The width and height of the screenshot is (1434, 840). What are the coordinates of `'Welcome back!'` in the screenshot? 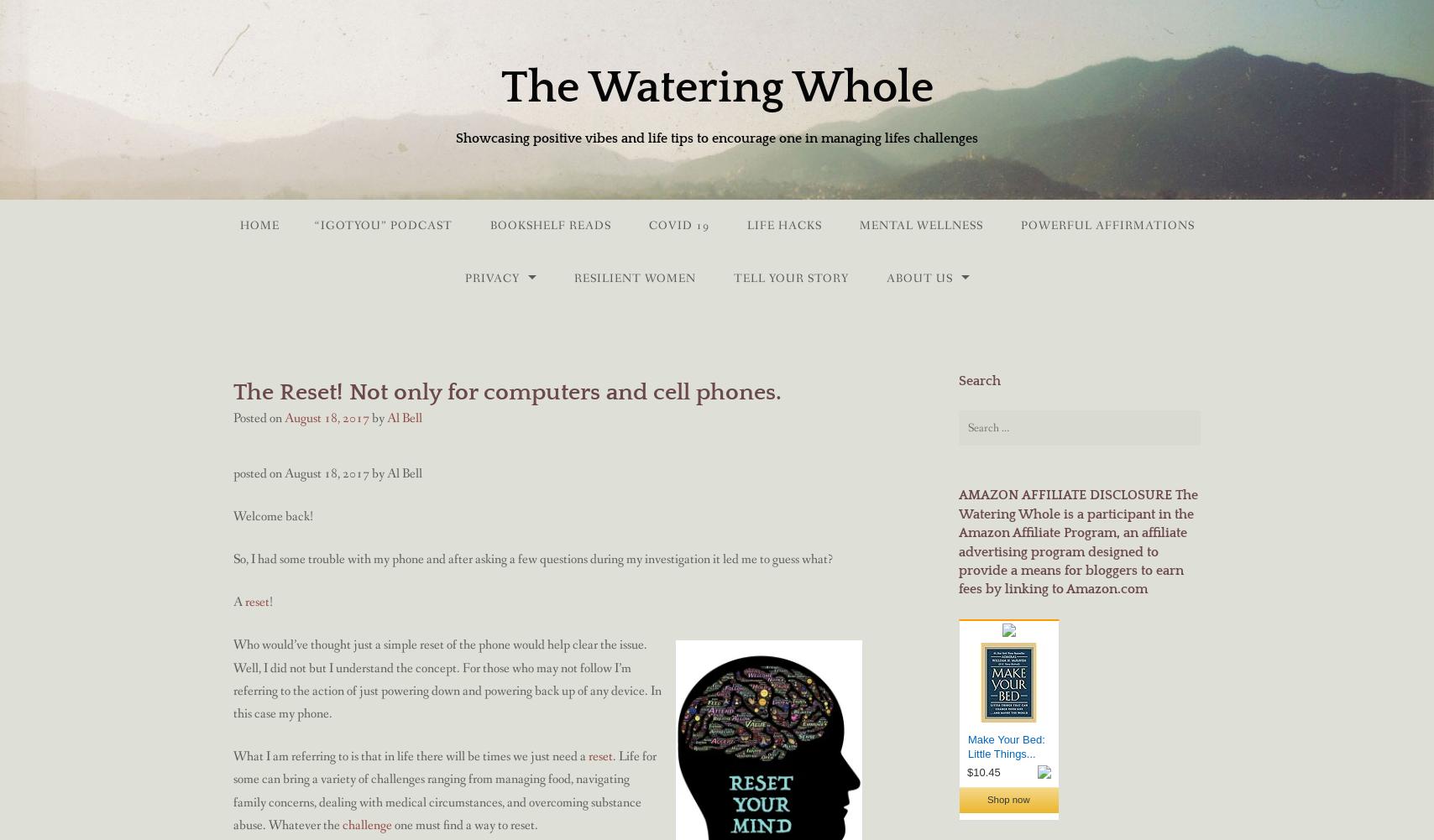 It's located at (233, 515).